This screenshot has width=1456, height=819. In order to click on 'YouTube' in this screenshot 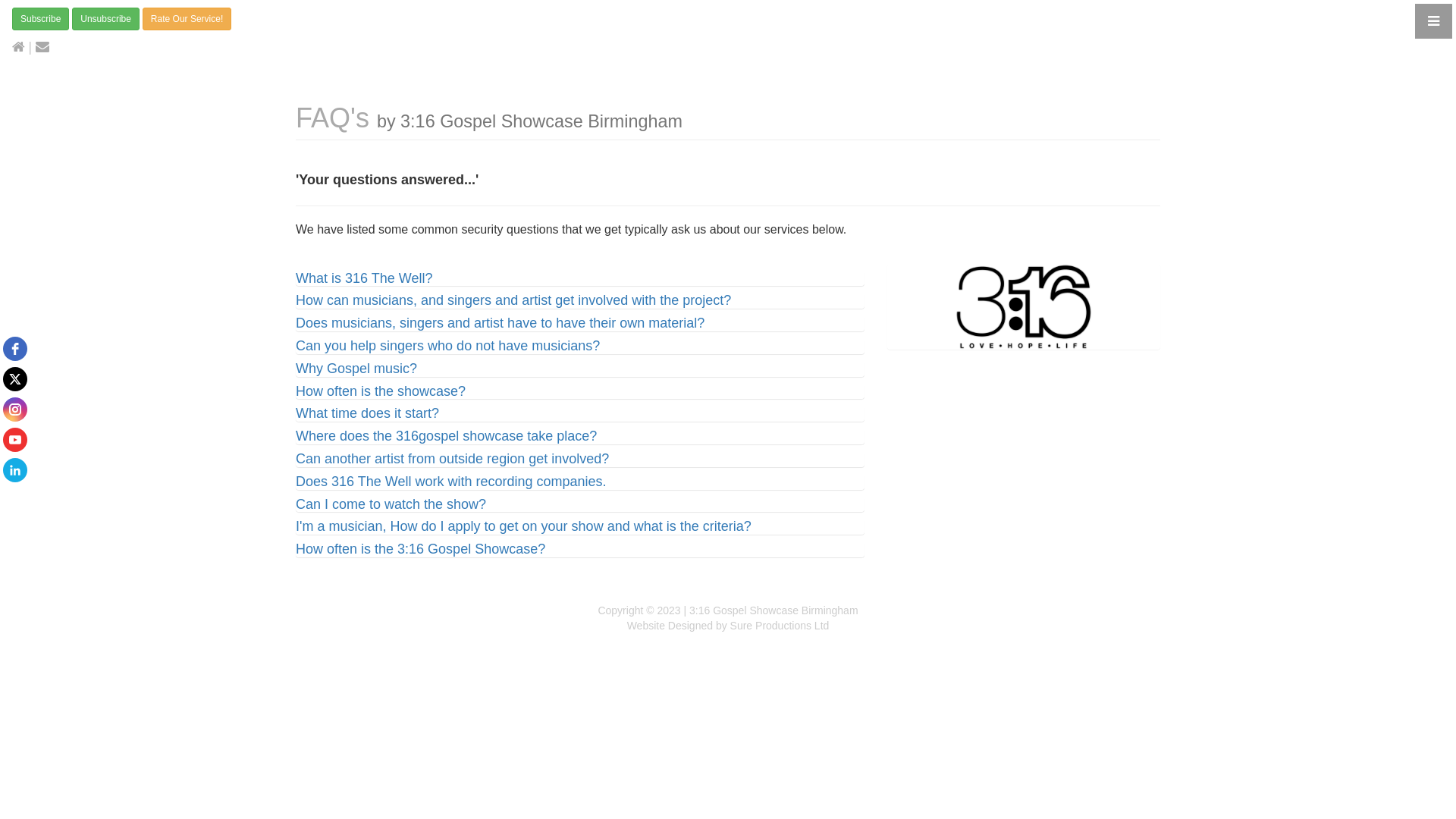, I will do `click(14, 439)`.